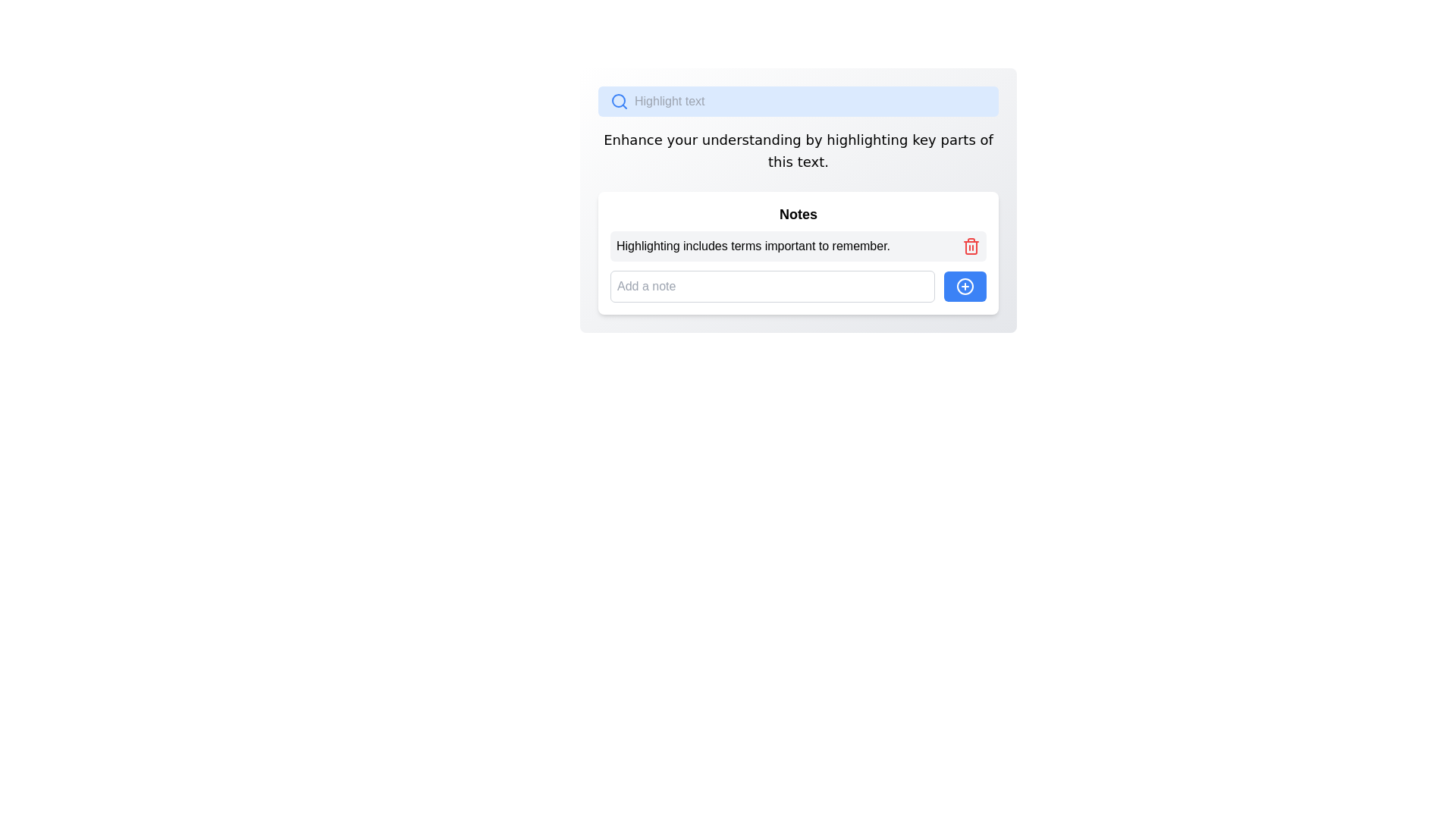 The image size is (1456, 819). I want to click on the text marker or cursor positioned between 'g' and 'k' in the word 'highlighting' within the text section that reads 'Enhance your understanding by highlighting key parts of this text.', so click(910, 140).